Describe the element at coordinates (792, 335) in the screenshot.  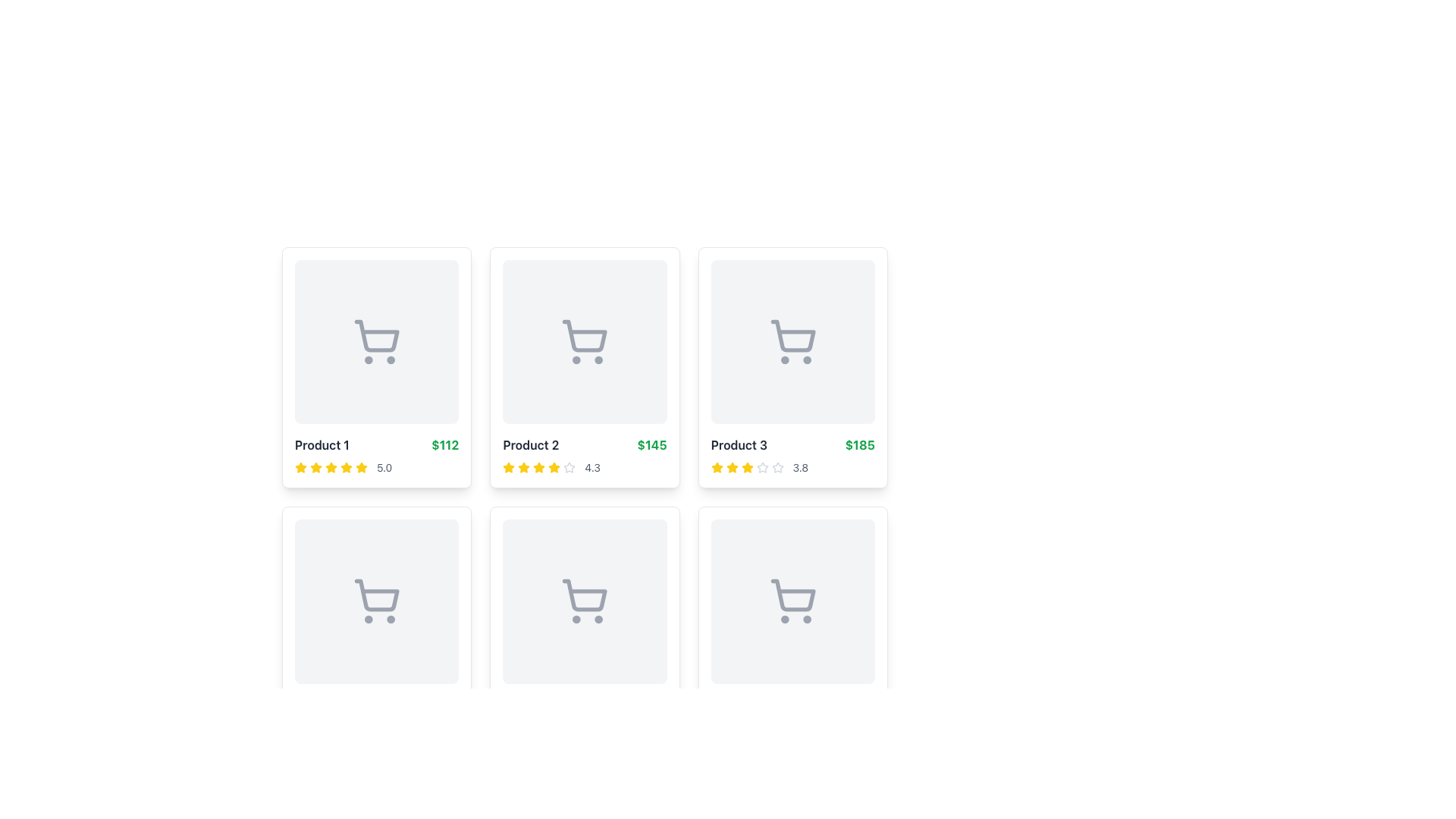
I see `the cart icon located above the text 'Product 3' and '$185' to interact with it` at that location.